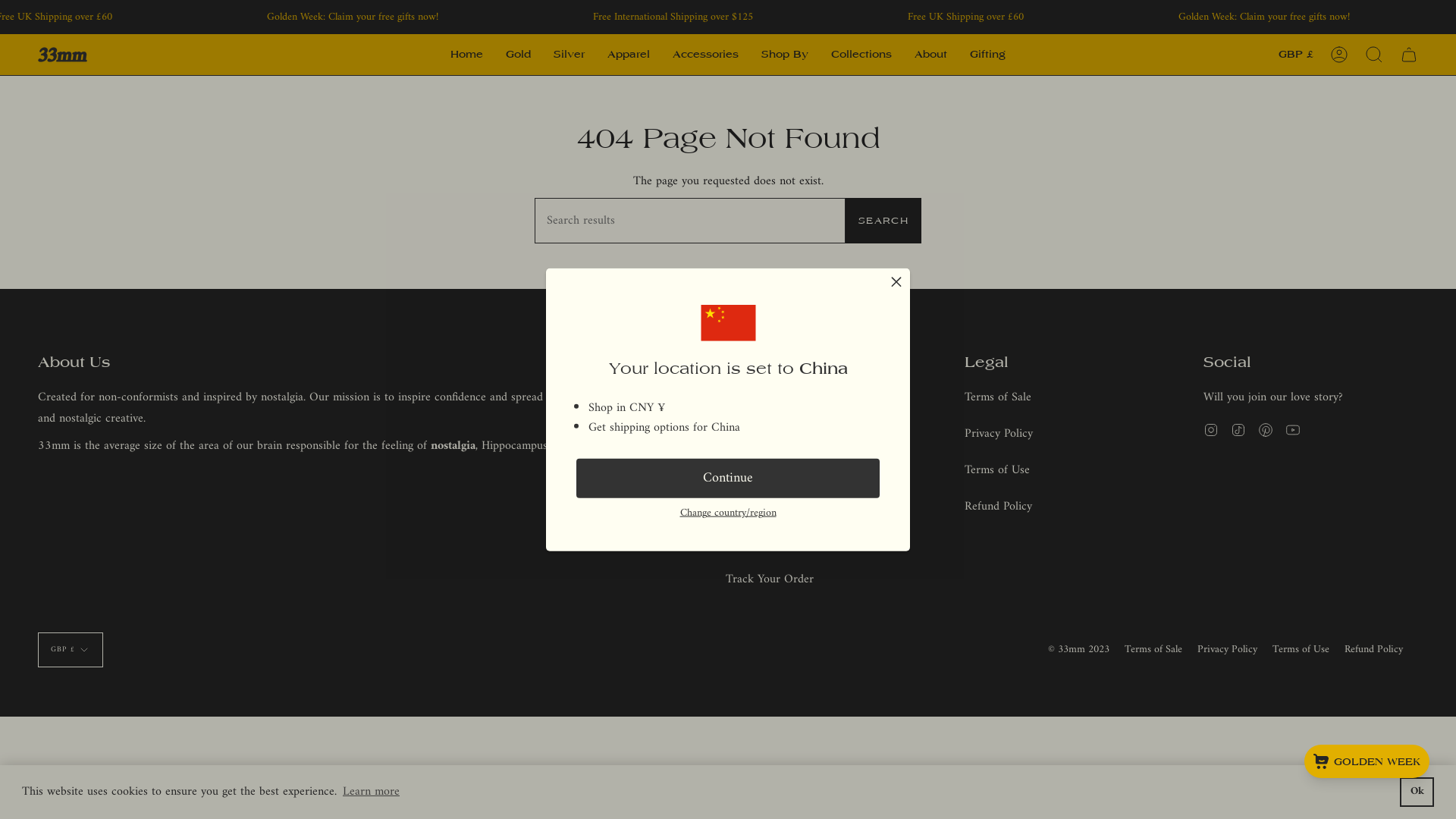  What do you see at coordinates (1258, 430) in the screenshot?
I see `'Pinterest'` at bounding box center [1258, 430].